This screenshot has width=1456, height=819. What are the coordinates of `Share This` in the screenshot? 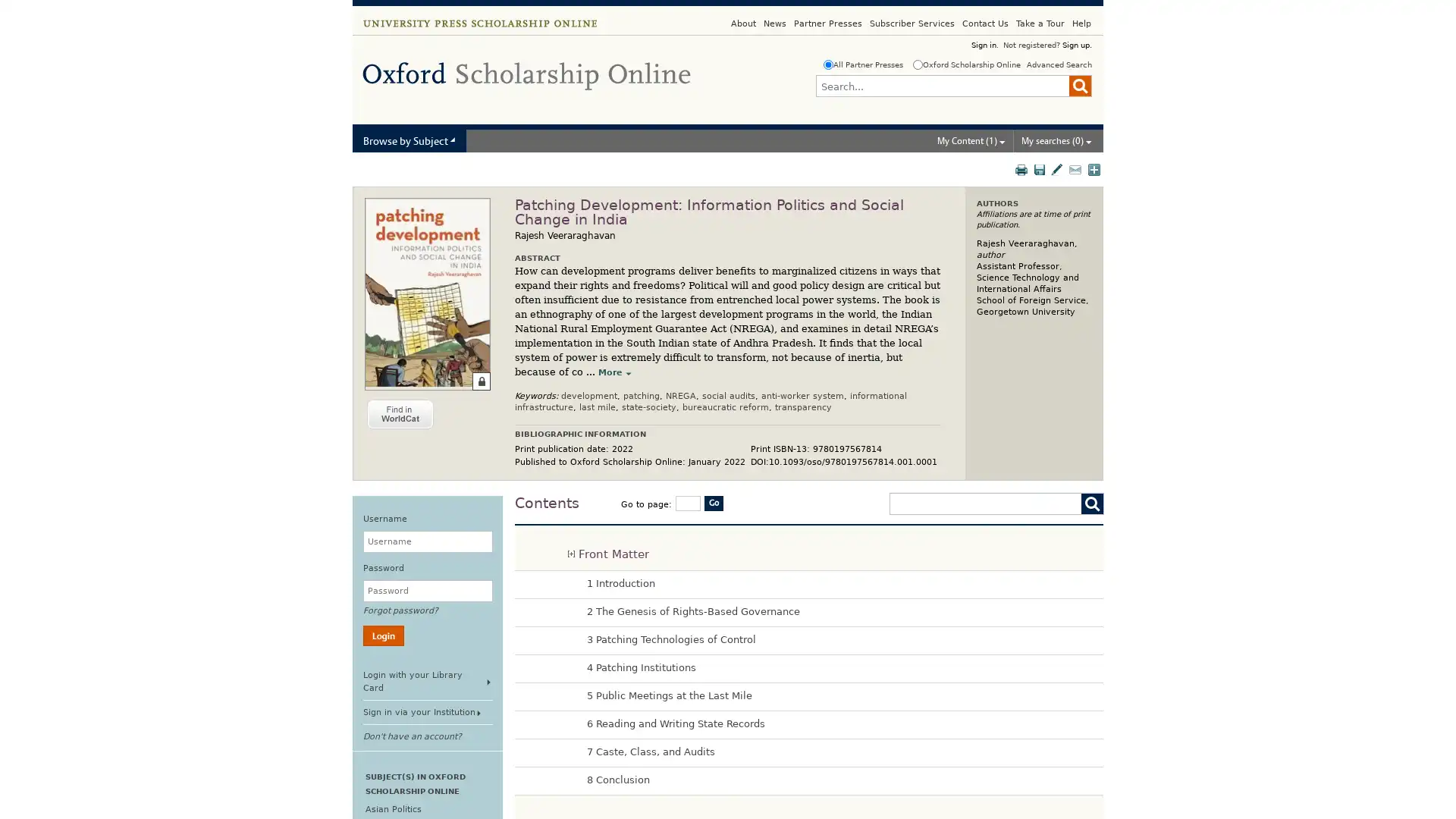 It's located at (1095, 169).